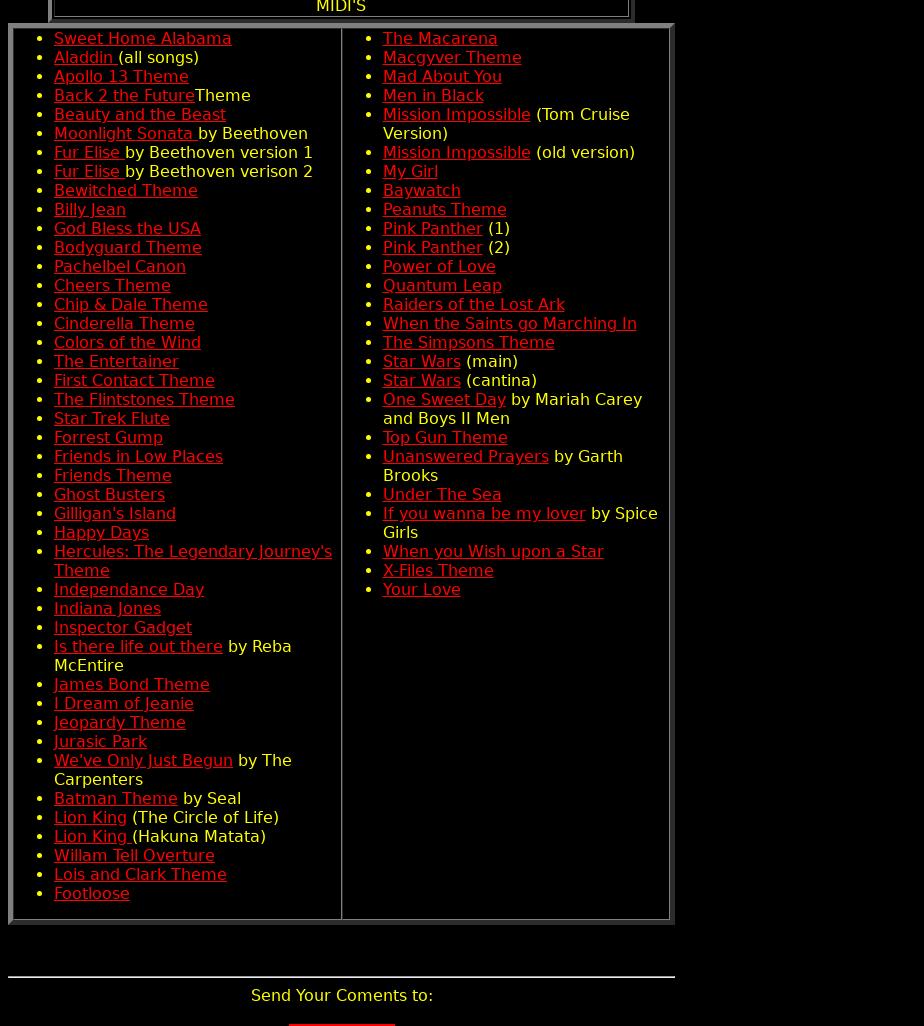 The height and width of the screenshot is (1026, 924). What do you see at coordinates (127, 247) in the screenshot?
I see `'Bodyguard Theme'` at bounding box center [127, 247].